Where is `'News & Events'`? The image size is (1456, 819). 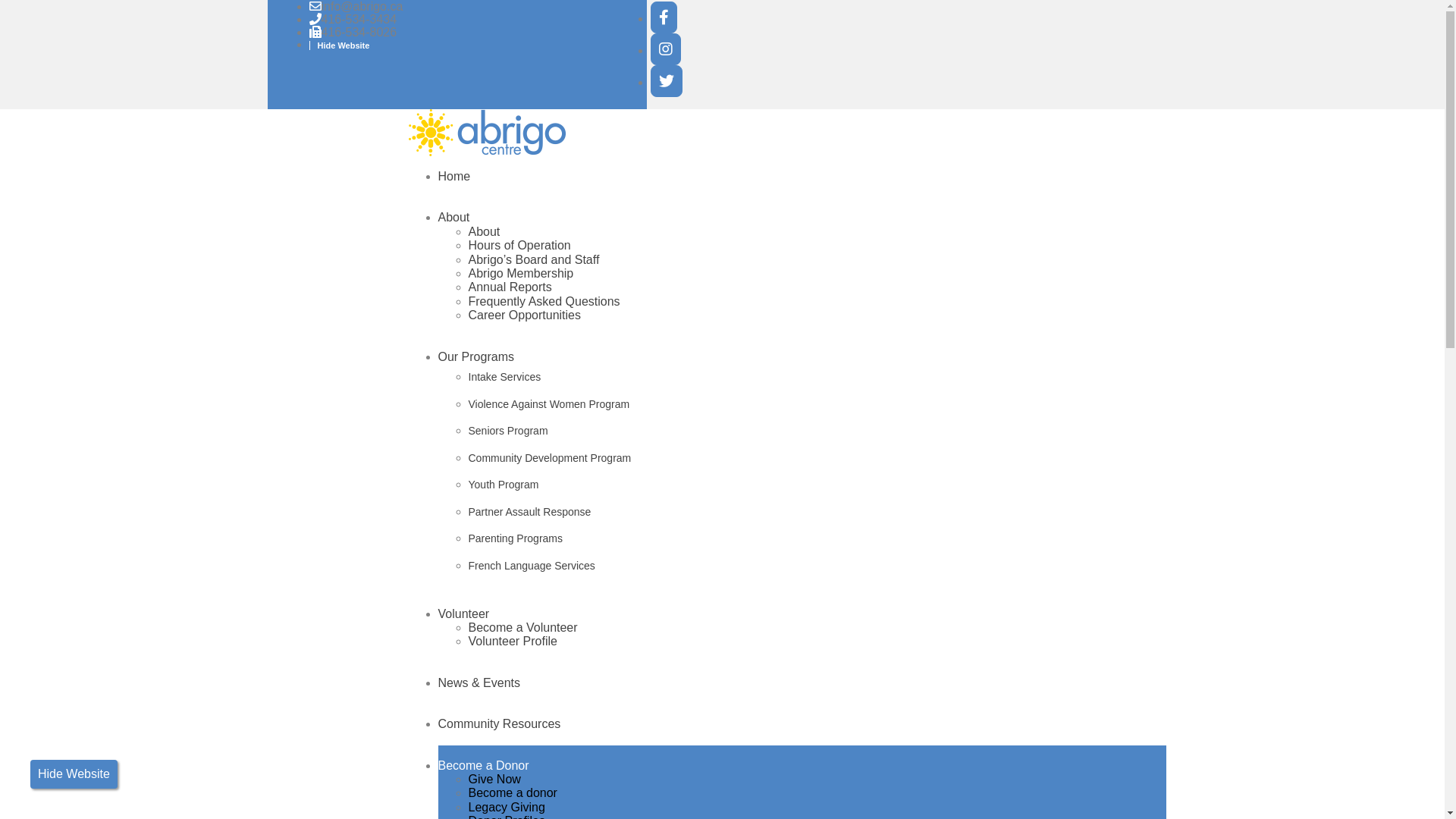 'News & Events' is located at coordinates (479, 682).